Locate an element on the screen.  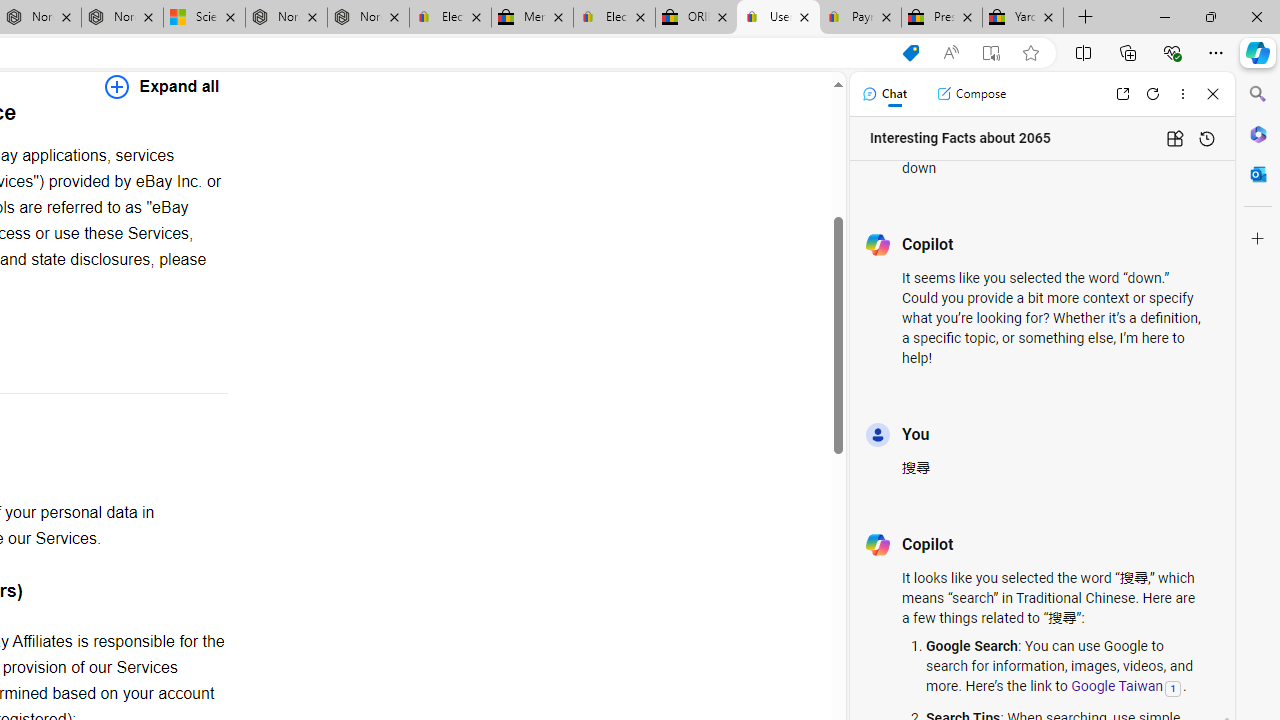
'Press Room - eBay Inc.' is located at coordinates (941, 17).